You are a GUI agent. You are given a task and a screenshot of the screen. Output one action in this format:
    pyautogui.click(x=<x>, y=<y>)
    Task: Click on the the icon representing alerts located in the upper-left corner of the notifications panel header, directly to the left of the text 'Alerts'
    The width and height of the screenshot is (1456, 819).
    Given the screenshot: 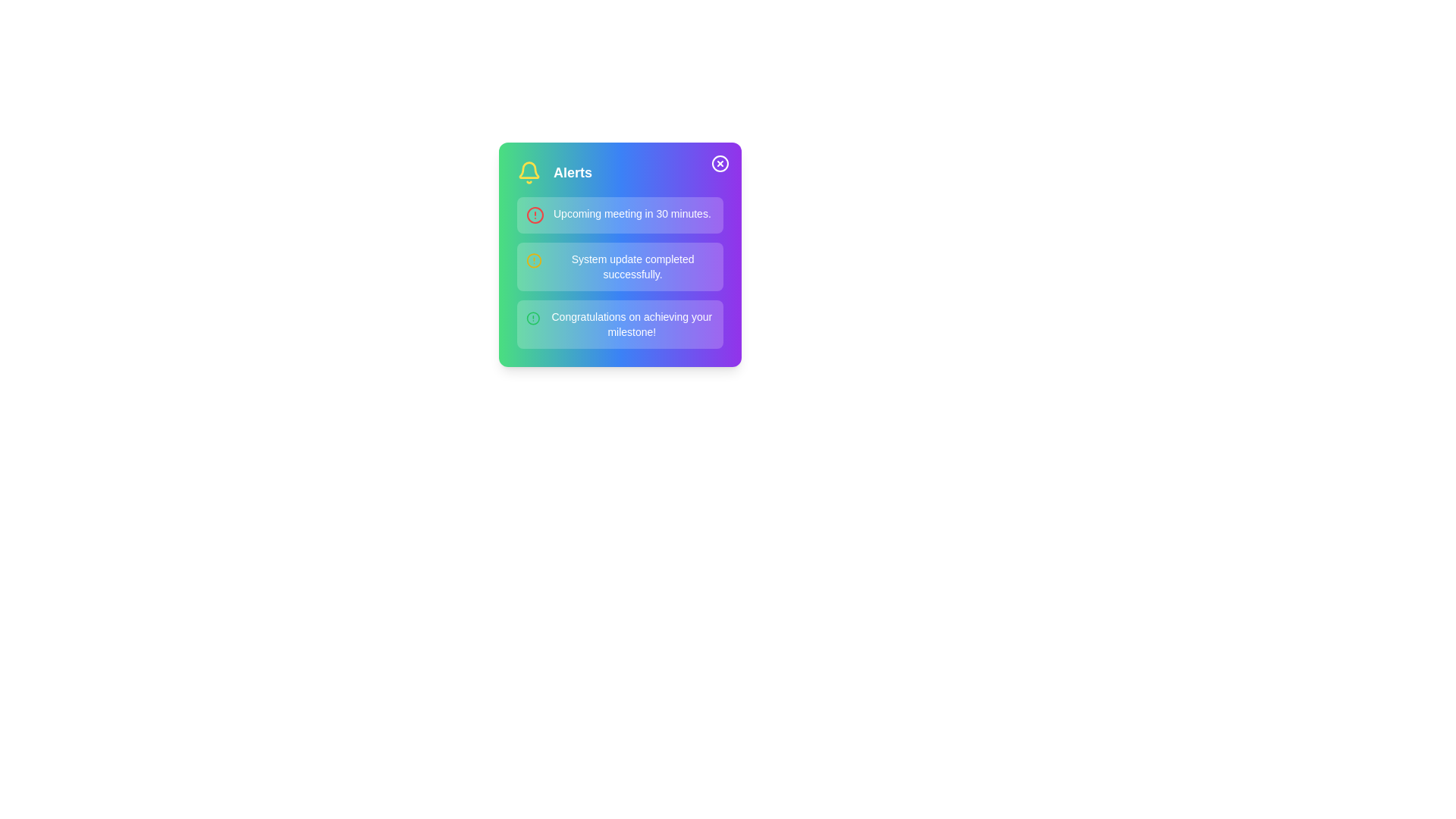 What is the action you would take?
    pyautogui.click(x=529, y=171)
    